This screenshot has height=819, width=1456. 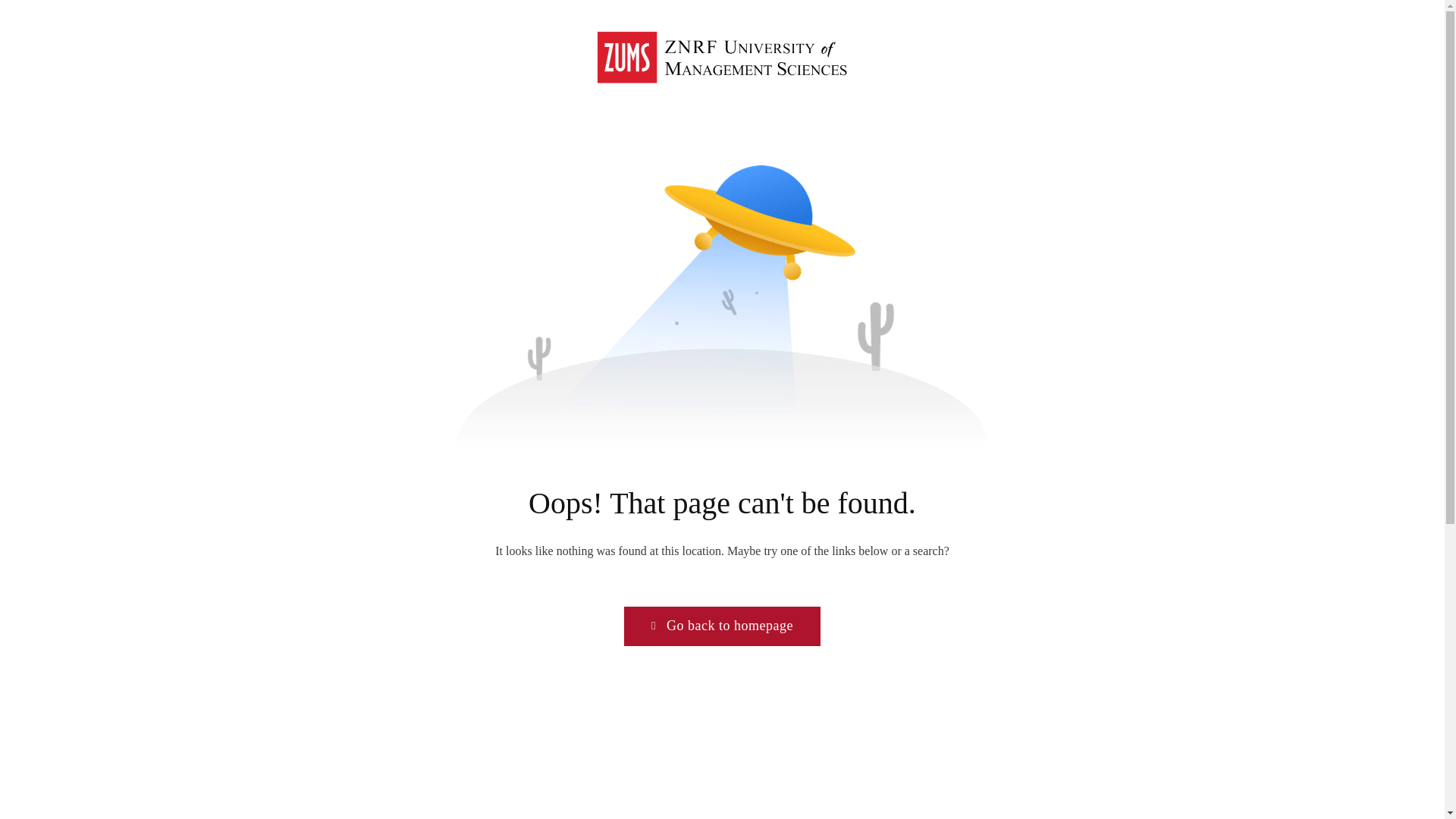 I want to click on 'Go back to homepage', so click(x=721, y=626).